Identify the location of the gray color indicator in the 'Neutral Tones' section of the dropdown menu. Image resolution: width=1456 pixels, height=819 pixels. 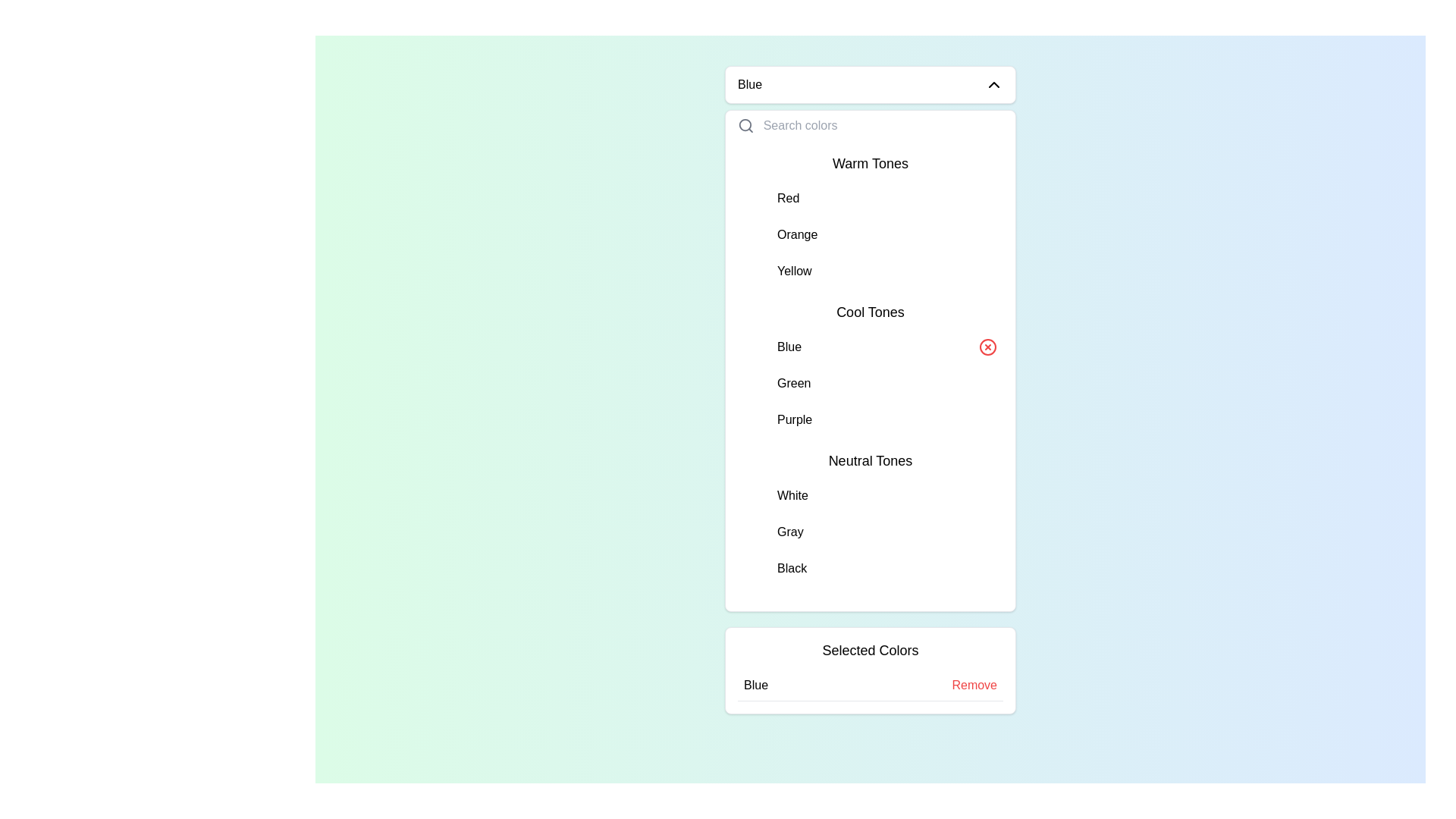
(756, 532).